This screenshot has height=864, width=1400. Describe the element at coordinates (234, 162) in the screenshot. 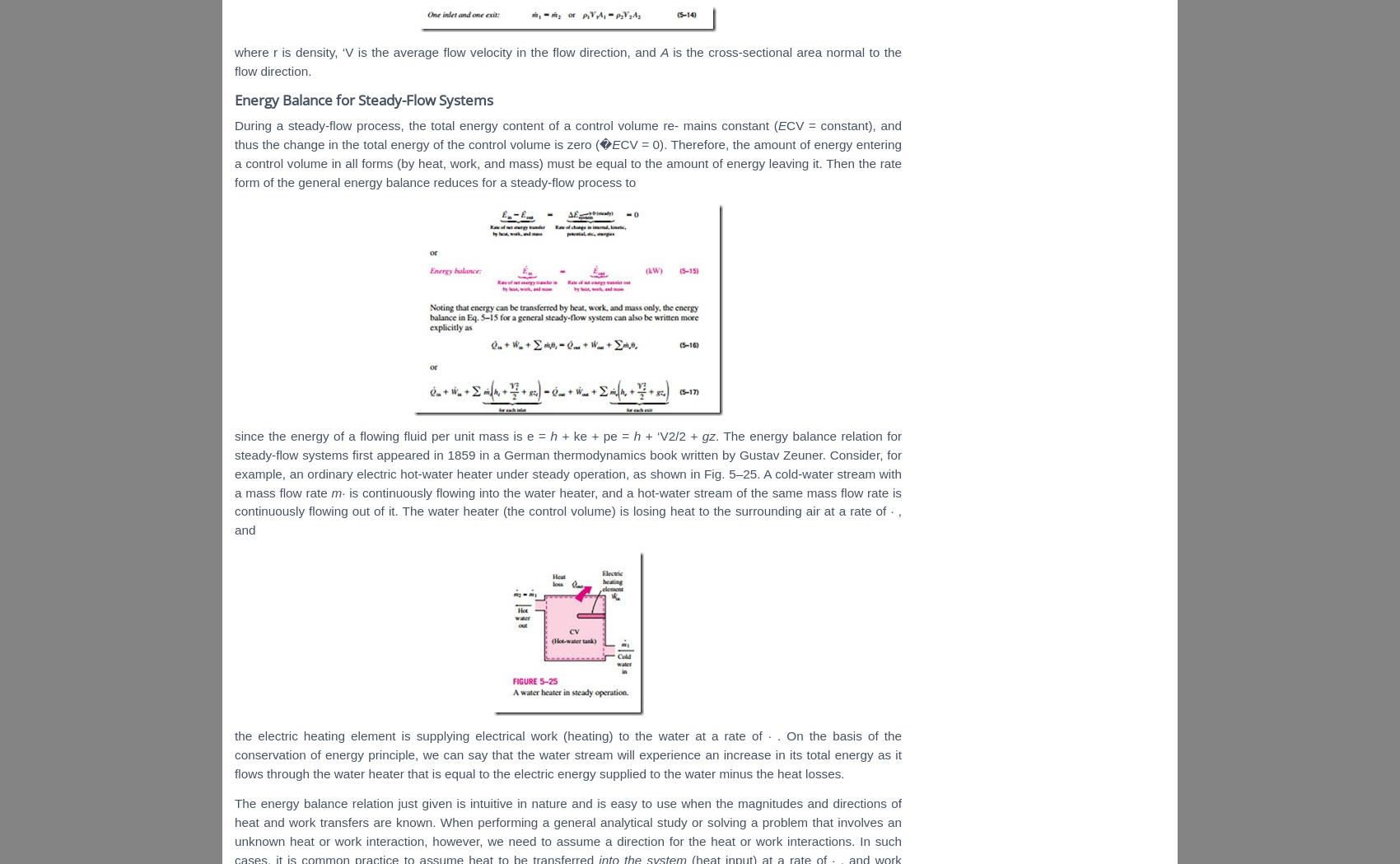

I see `'CV = 0). Therefore, the amount of energy entering a control volume in all forms (by heat, work, and mass) must be equal to the amount of energy leaving it. Then the rate form of the general energy balance'` at that location.